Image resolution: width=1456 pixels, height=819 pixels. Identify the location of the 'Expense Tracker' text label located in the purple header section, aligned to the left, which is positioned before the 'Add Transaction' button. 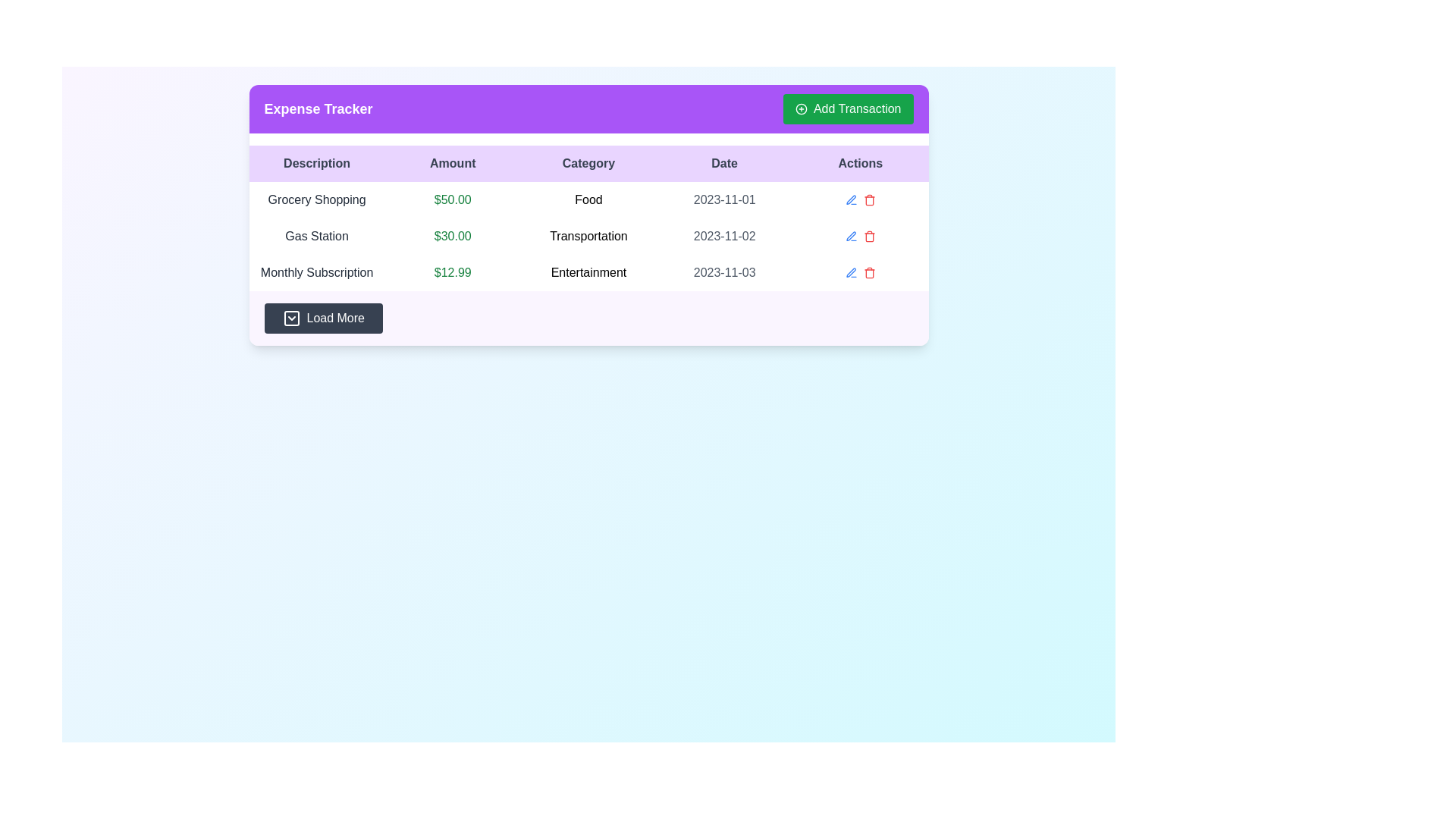
(318, 108).